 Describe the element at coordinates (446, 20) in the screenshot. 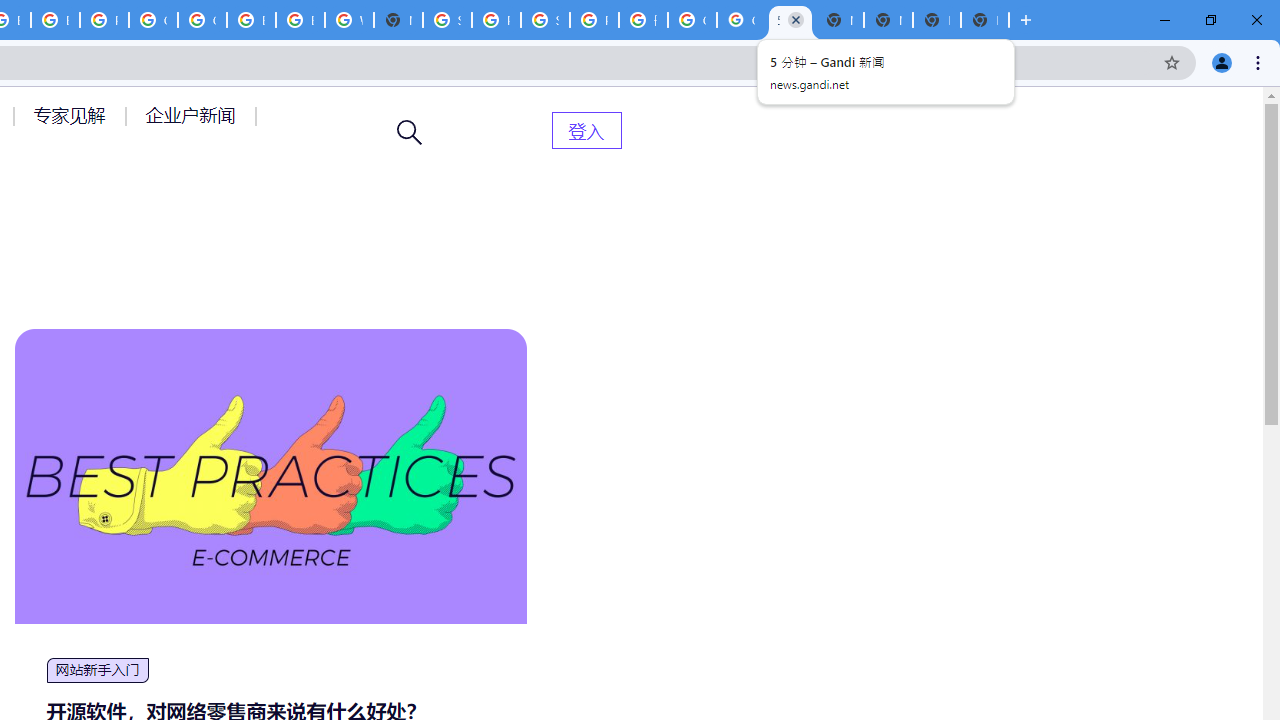

I see `'Sign in - Google Accounts'` at that location.